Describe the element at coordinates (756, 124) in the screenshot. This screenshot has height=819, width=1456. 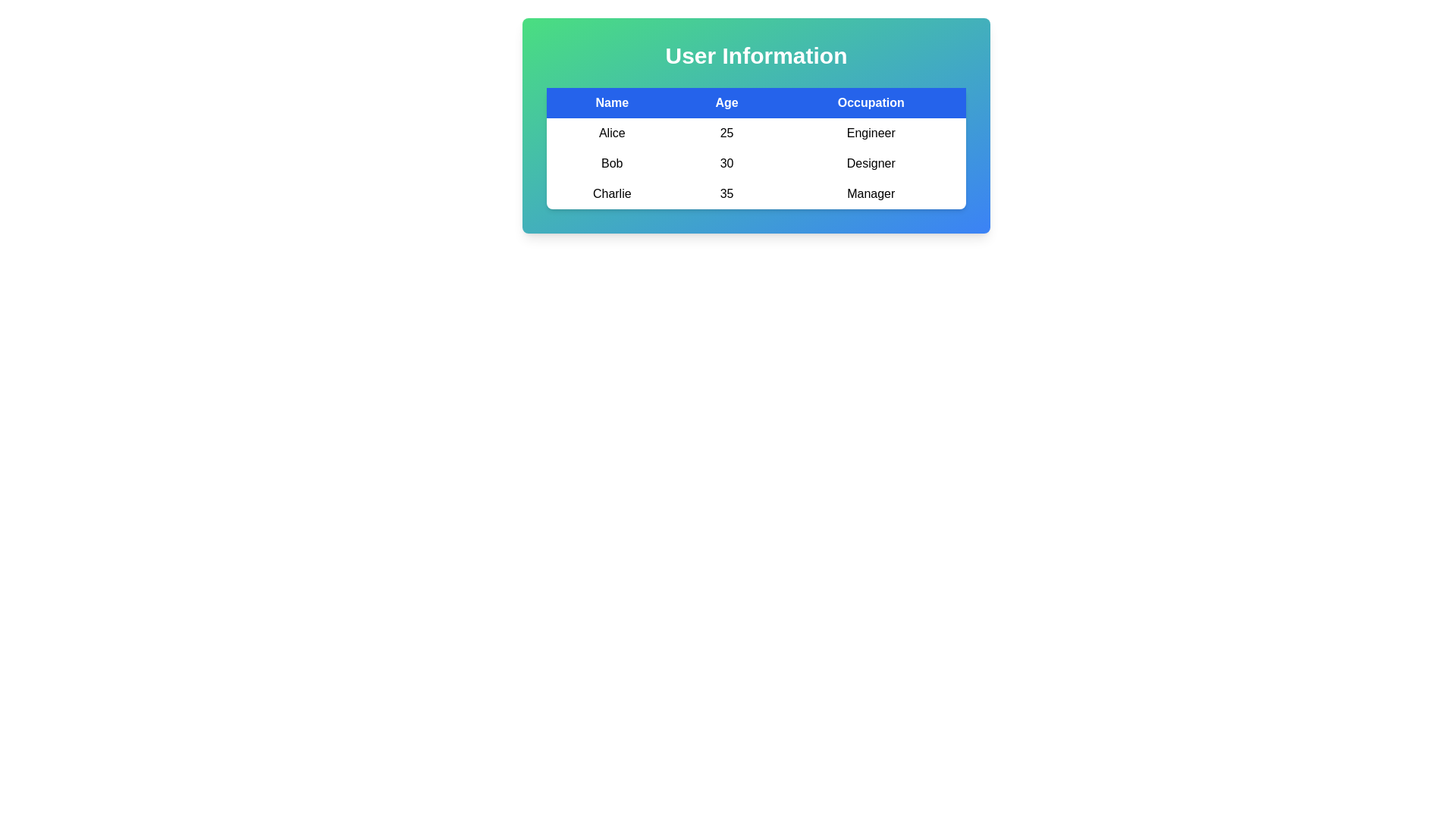
I see `displayed information from the informational panel titled 'User Information', which is a rectangular box with a gradient background from green to blue, containing user details such as Name, Age, and Occupation` at that location.